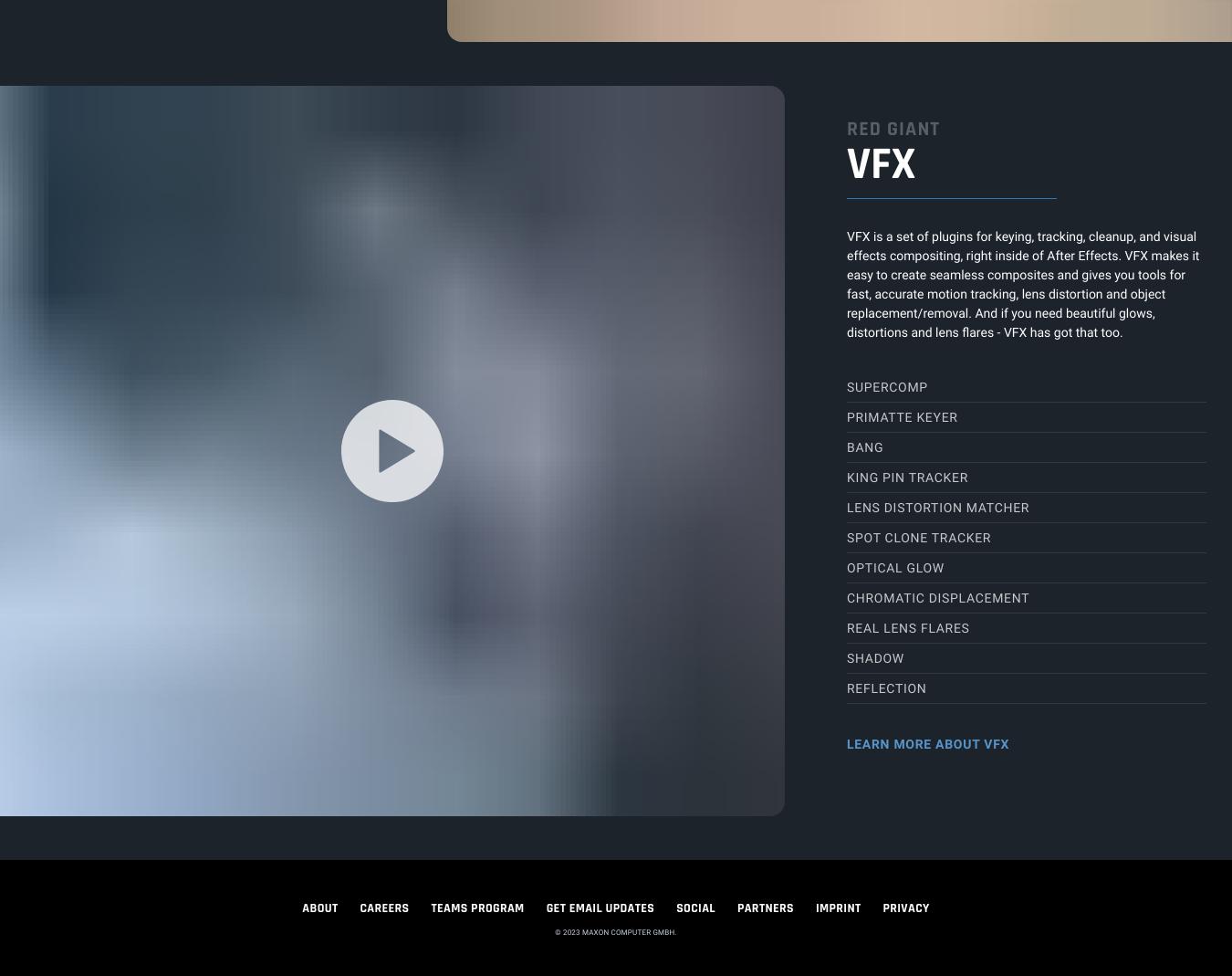 Image resolution: width=1232 pixels, height=976 pixels. Describe the element at coordinates (475, 907) in the screenshot. I see `'TEAMS PROGRAM'` at that location.